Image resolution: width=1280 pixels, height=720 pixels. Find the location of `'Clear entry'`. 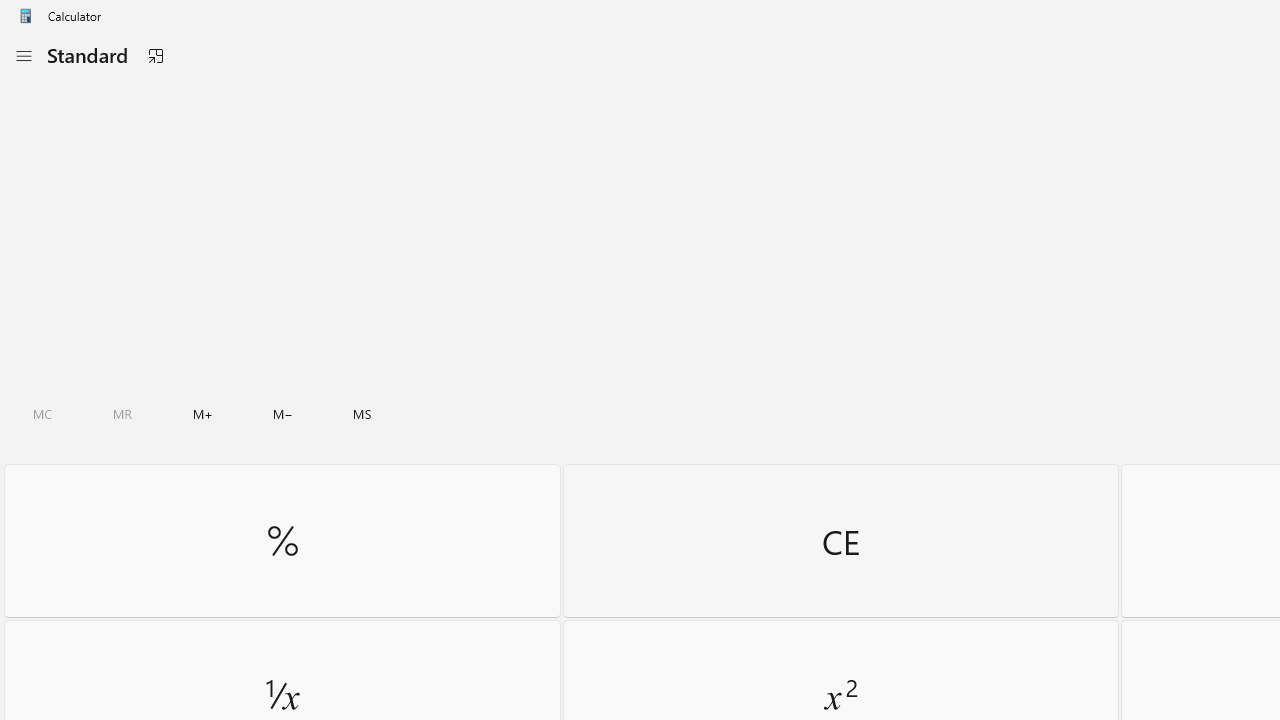

'Clear entry' is located at coordinates (840, 540).